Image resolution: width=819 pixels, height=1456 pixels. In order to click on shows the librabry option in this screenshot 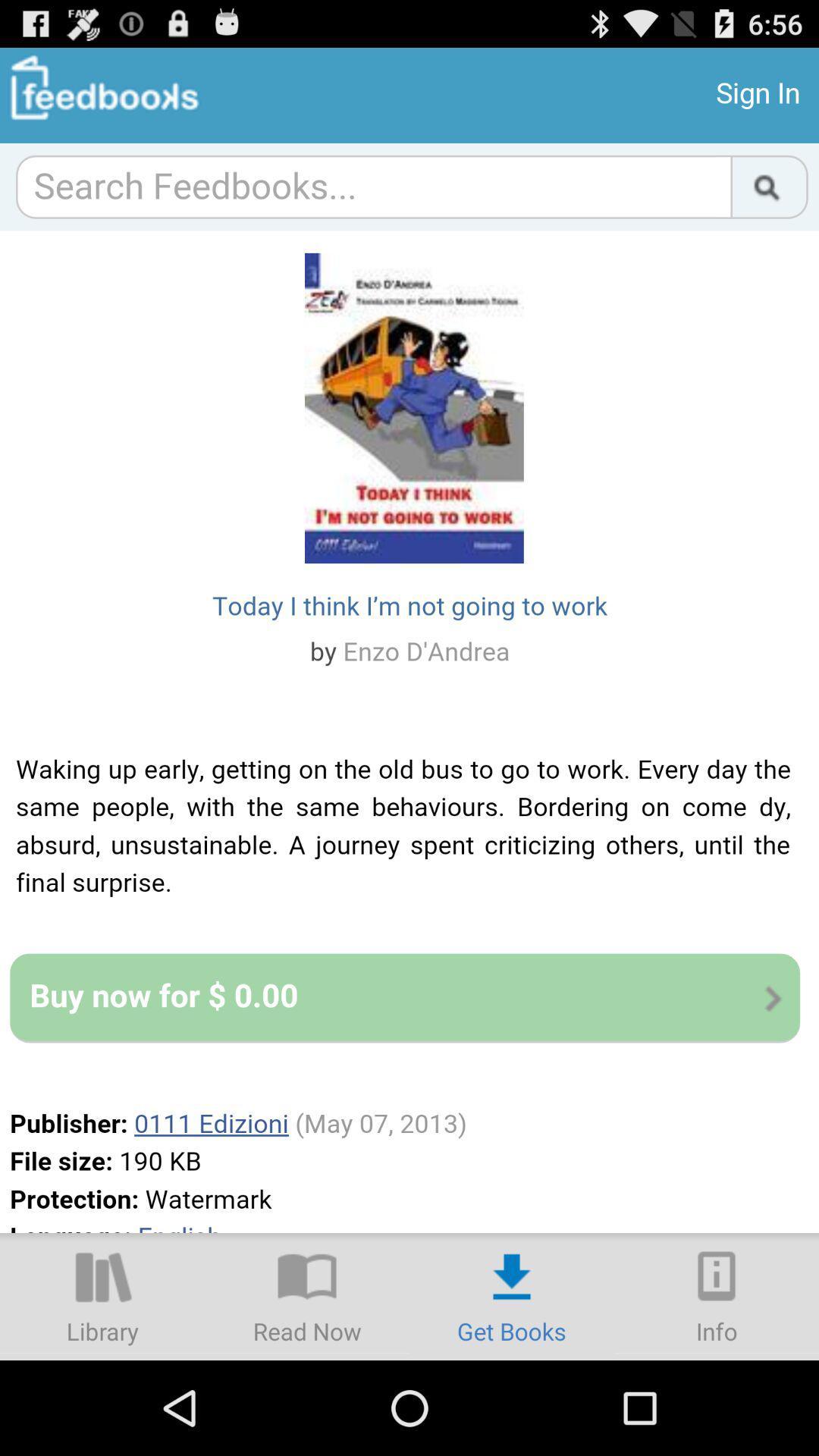, I will do `click(102, 1295)`.